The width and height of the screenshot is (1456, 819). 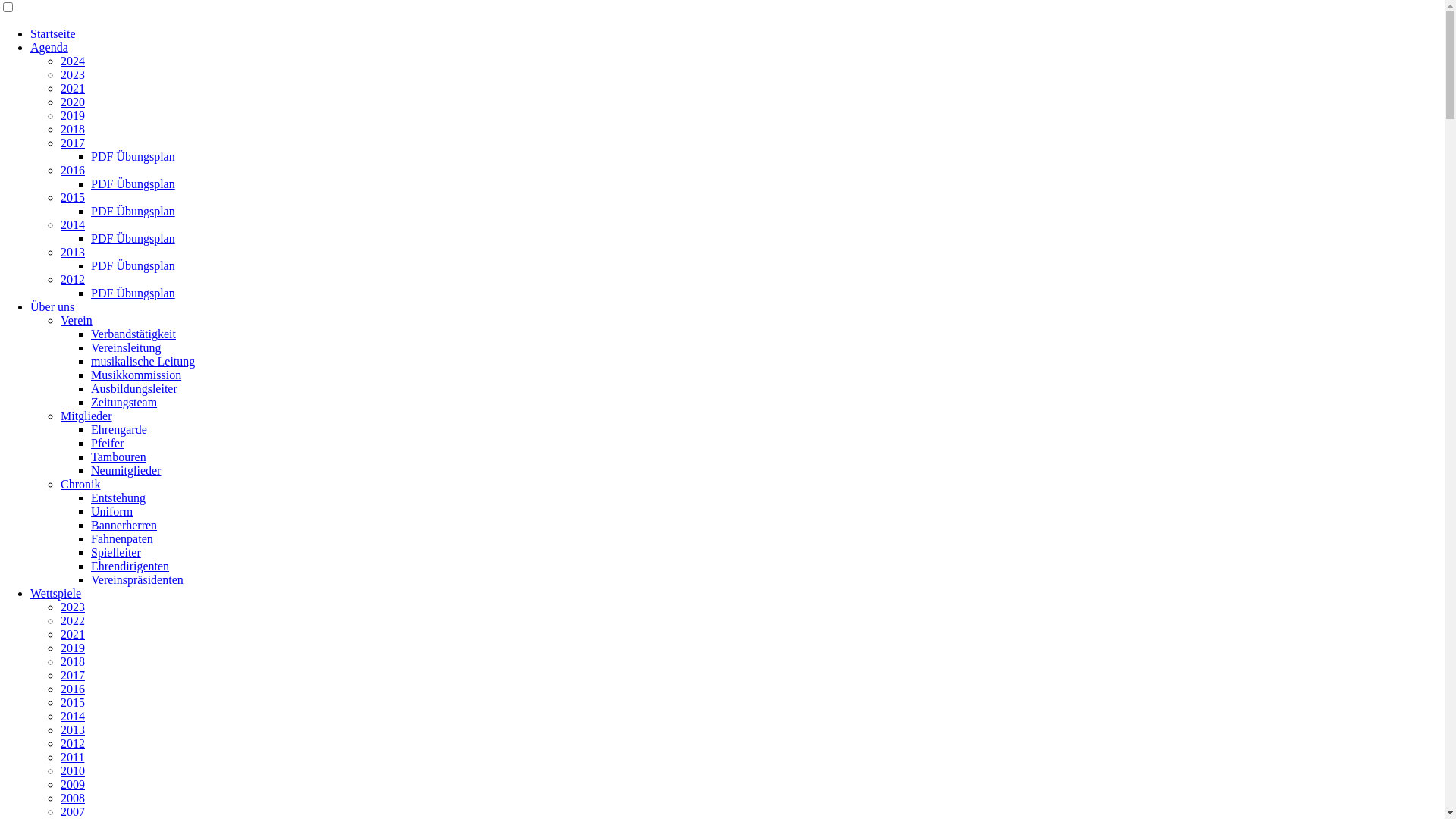 I want to click on '2024', so click(x=72, y=60).